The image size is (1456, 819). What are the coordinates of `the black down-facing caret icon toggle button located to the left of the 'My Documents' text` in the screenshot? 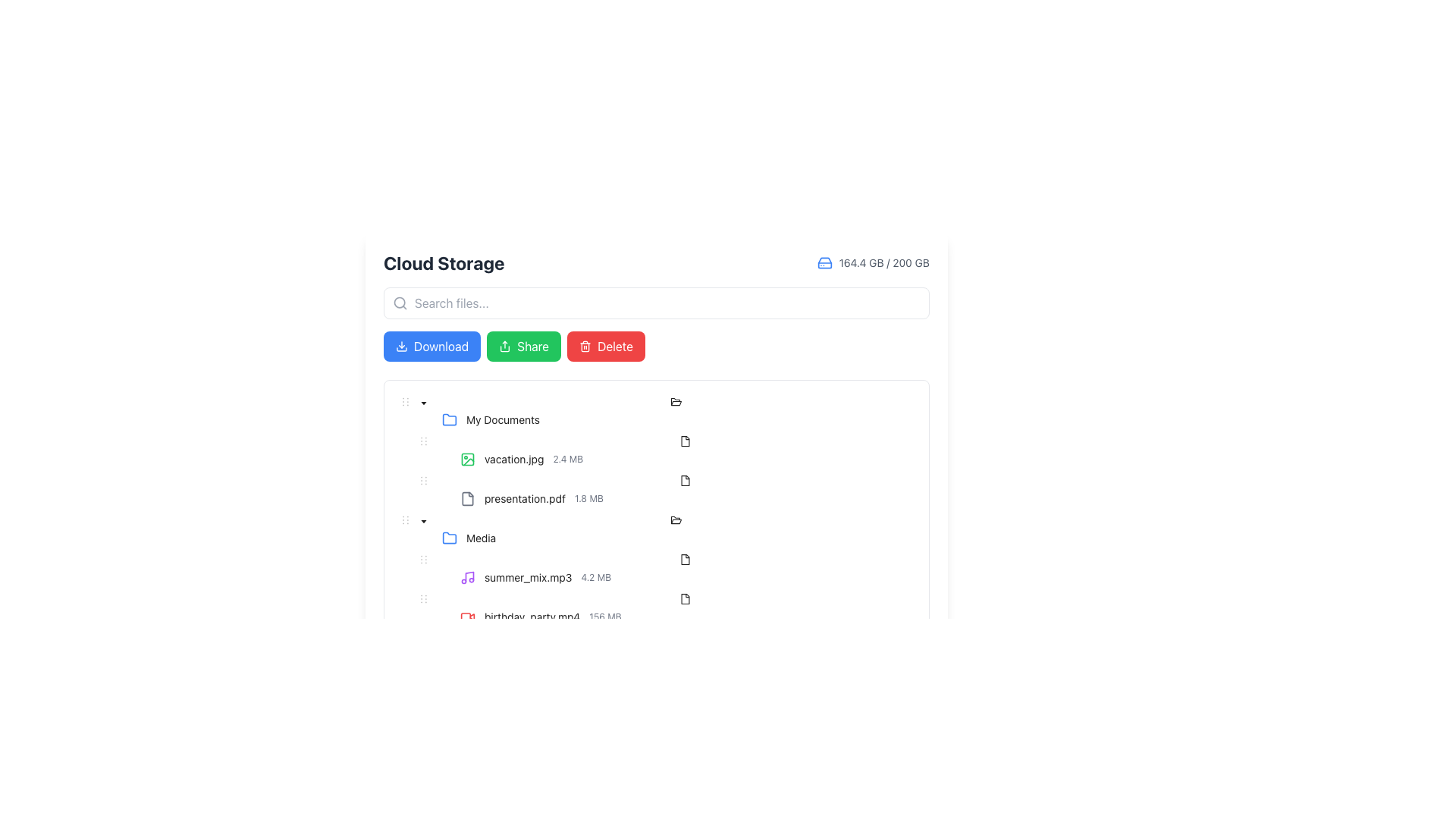 It's located at (423, 411).